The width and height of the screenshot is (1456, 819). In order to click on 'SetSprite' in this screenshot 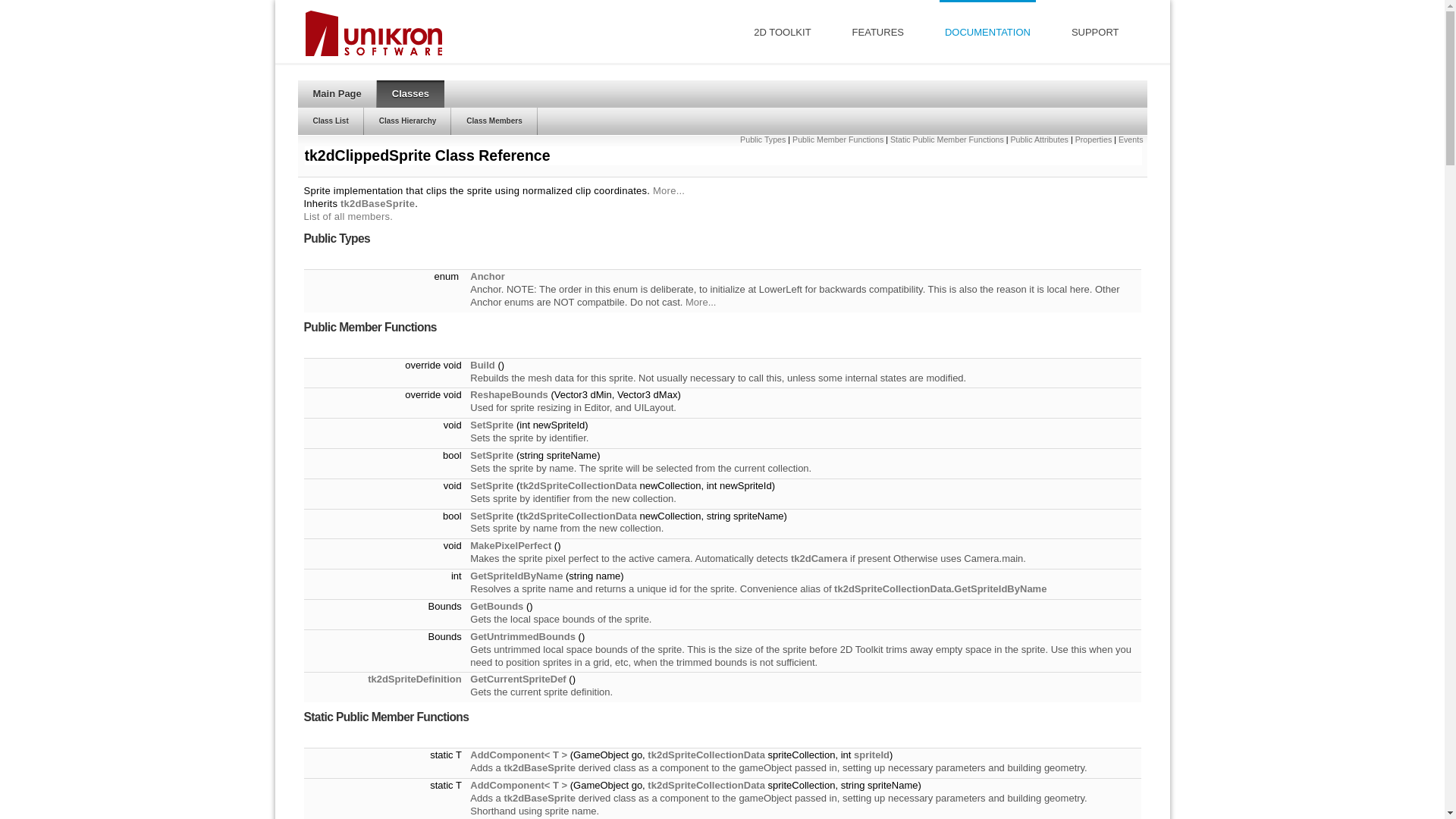, I will do `click(469, 425)`.